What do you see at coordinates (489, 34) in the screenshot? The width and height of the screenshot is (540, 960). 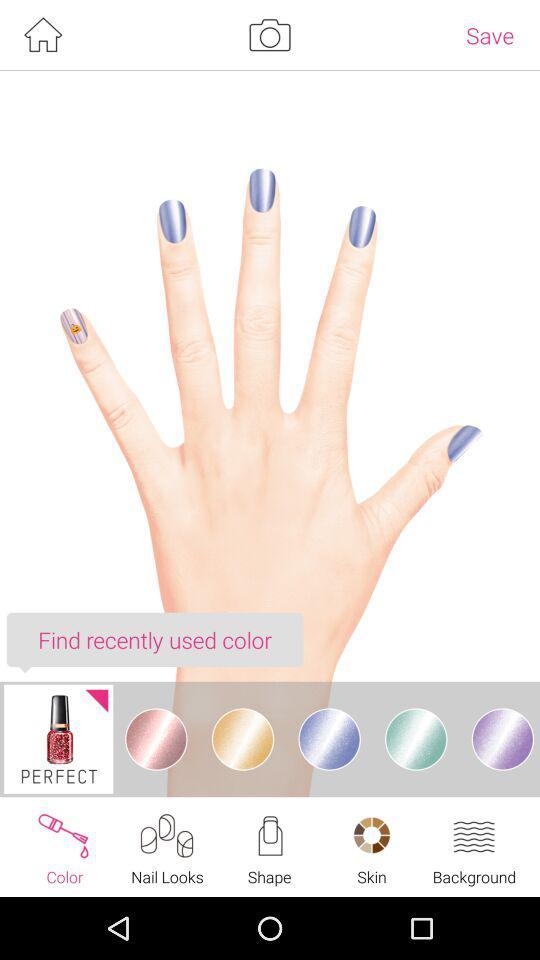 I see `the save` at bounding box center [489, 34].